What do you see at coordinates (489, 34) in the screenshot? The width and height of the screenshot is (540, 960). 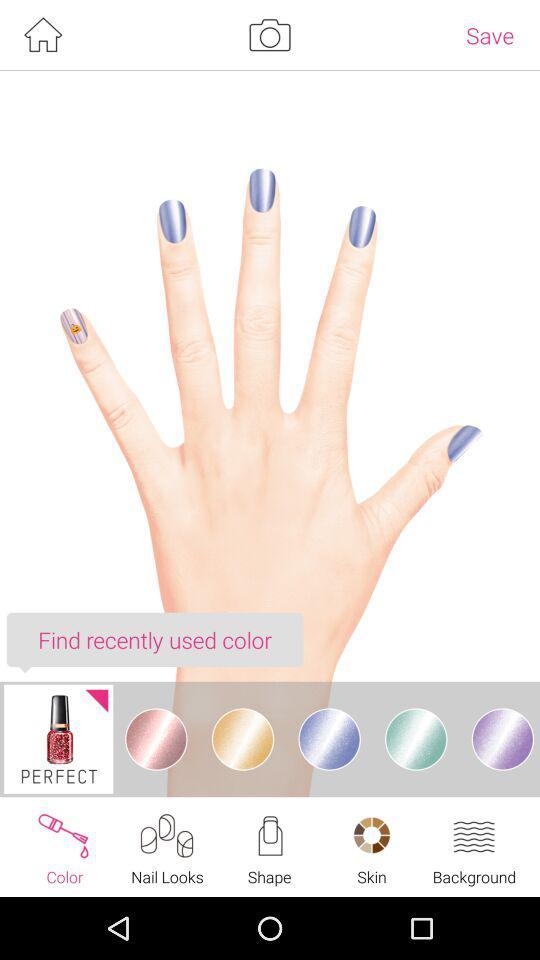 I see `the save` at bounding box center [489, 34].